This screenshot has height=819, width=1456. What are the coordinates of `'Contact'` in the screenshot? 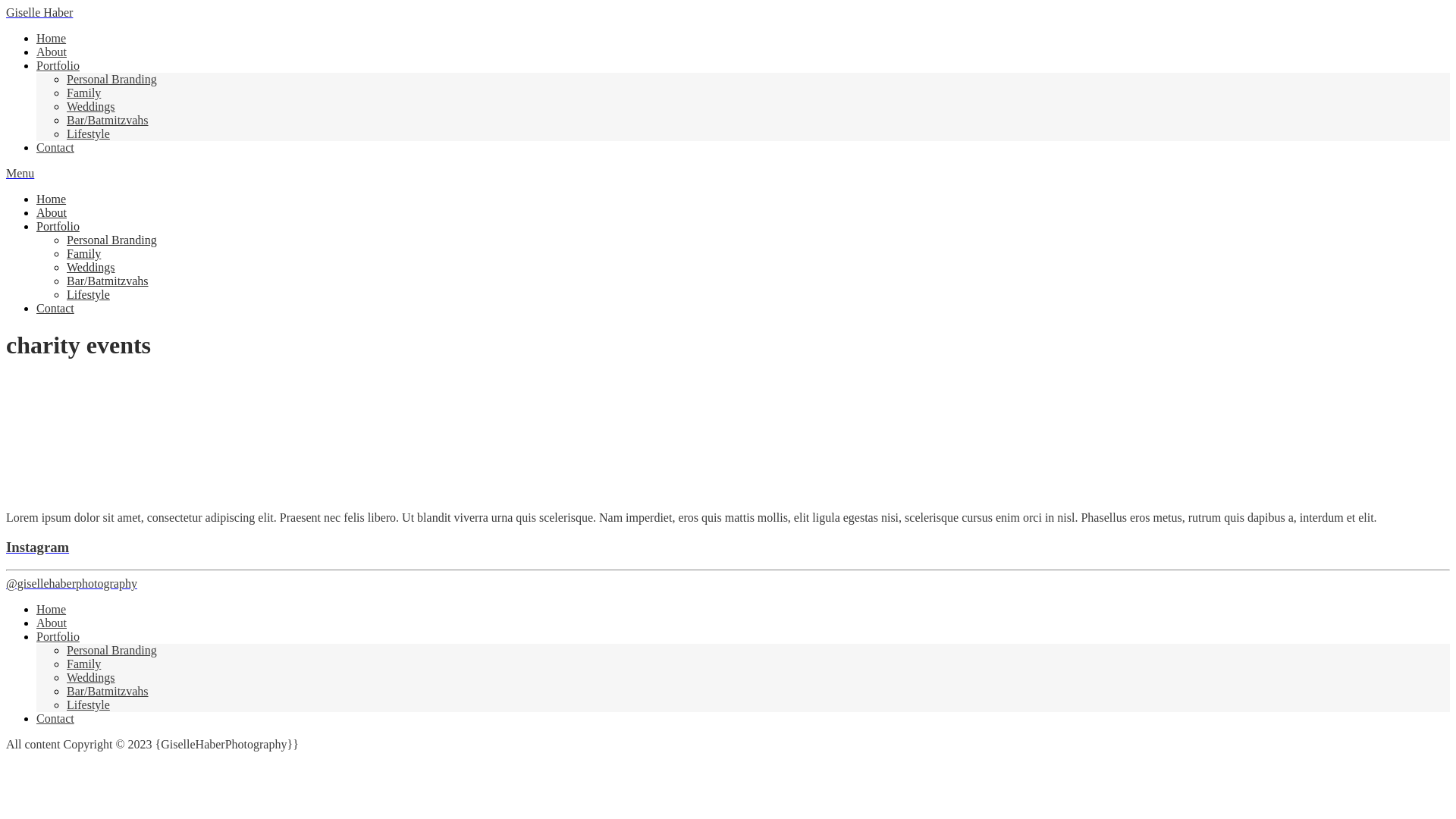 It's located at (55, 307).